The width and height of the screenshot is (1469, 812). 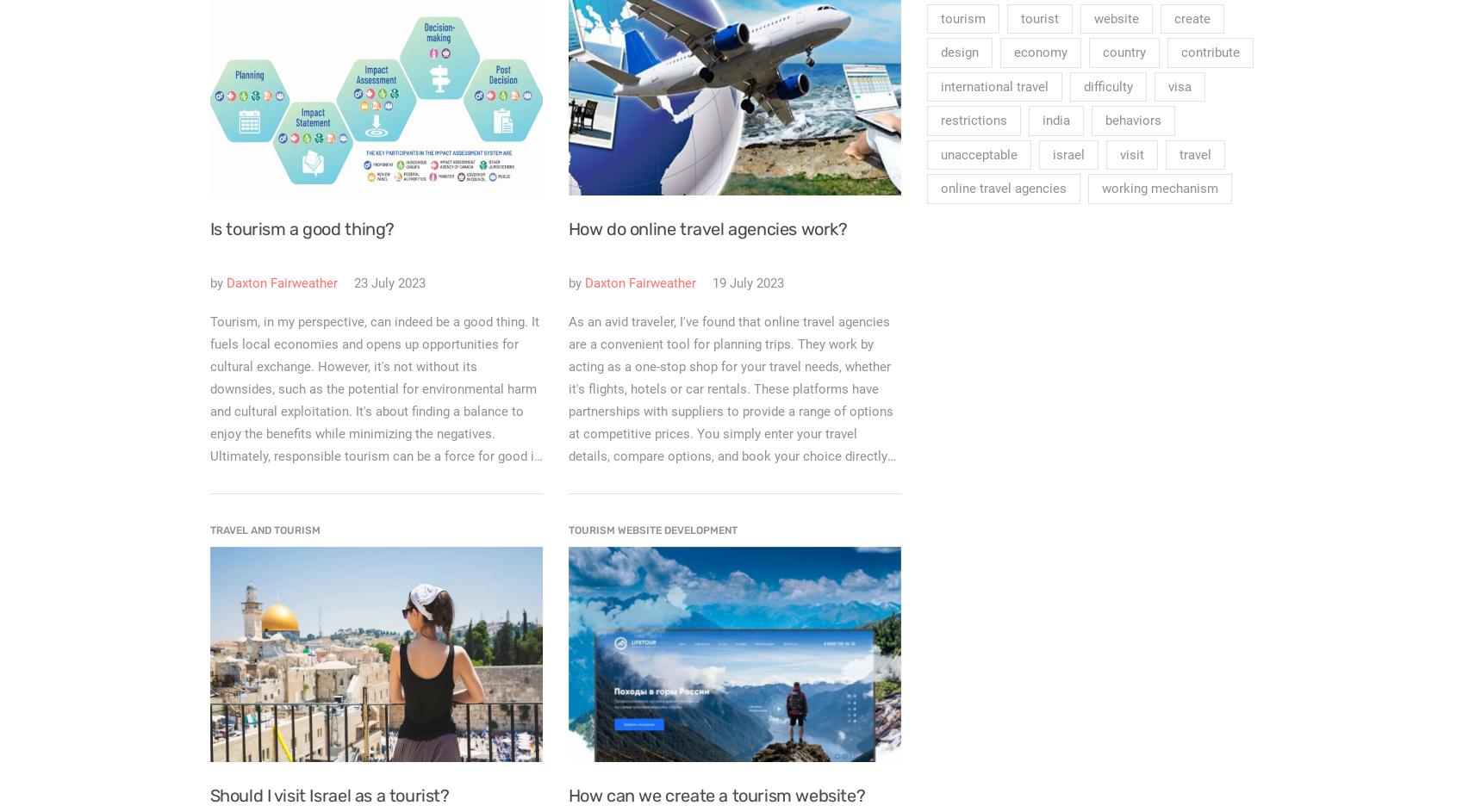 What do you see at coordinates (1123, 52) in the screenshot?
I see `'country'` at bounding box center [1123, 52].